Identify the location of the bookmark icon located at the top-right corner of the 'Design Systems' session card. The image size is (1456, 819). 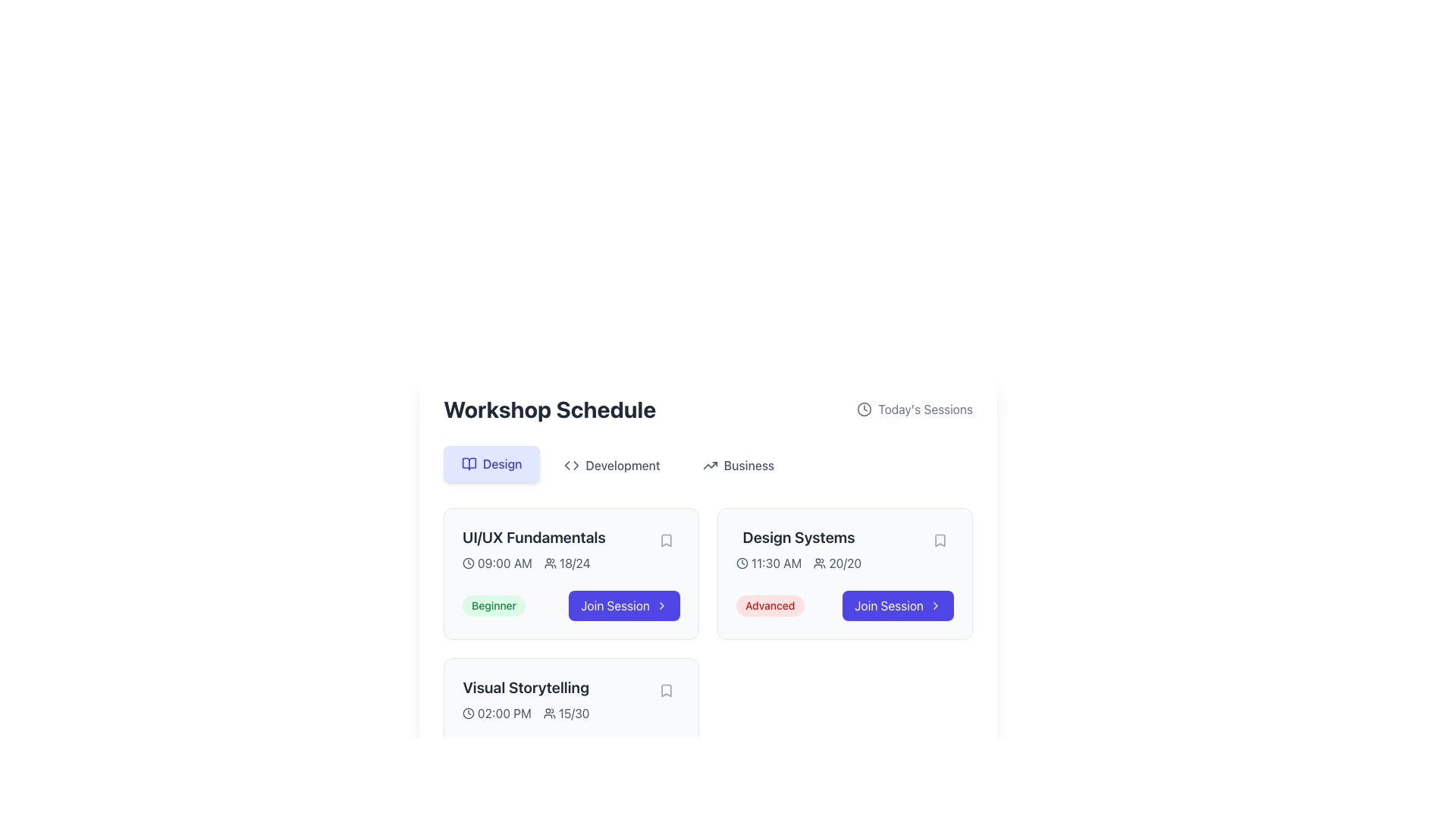
(939, 540).